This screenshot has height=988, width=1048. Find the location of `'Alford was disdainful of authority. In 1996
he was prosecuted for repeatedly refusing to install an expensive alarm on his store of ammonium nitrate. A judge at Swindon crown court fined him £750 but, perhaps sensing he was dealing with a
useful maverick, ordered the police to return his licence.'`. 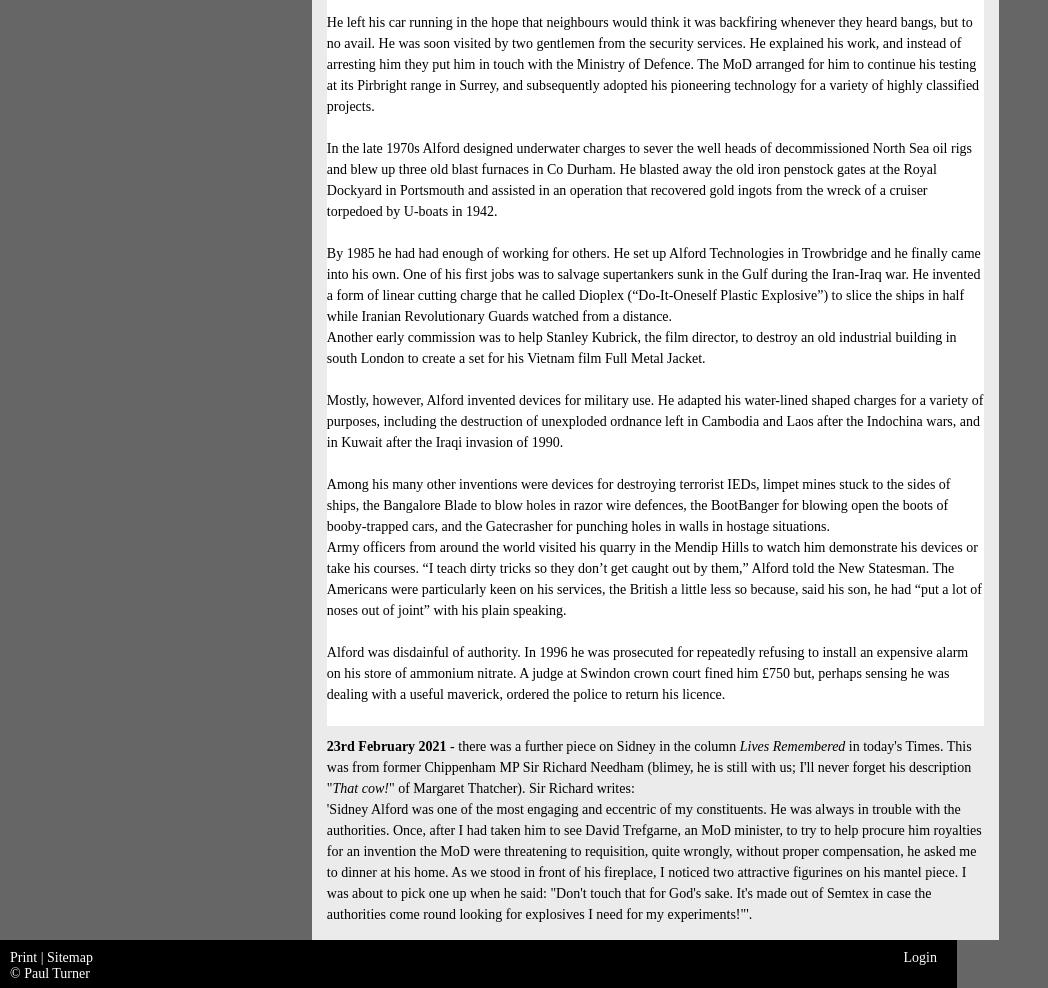

'Alford was disdainful of authority. In 1996
he was prosecuted for repeatedly refusing to install an expensive alarm on his store of ammonium nitrate. A judge at Swindon crown court fined him £750 but, perhaps sensing he was dealing with a
useful maverick, ordered the police to return his licence.' is located at coordinates (646, 672).